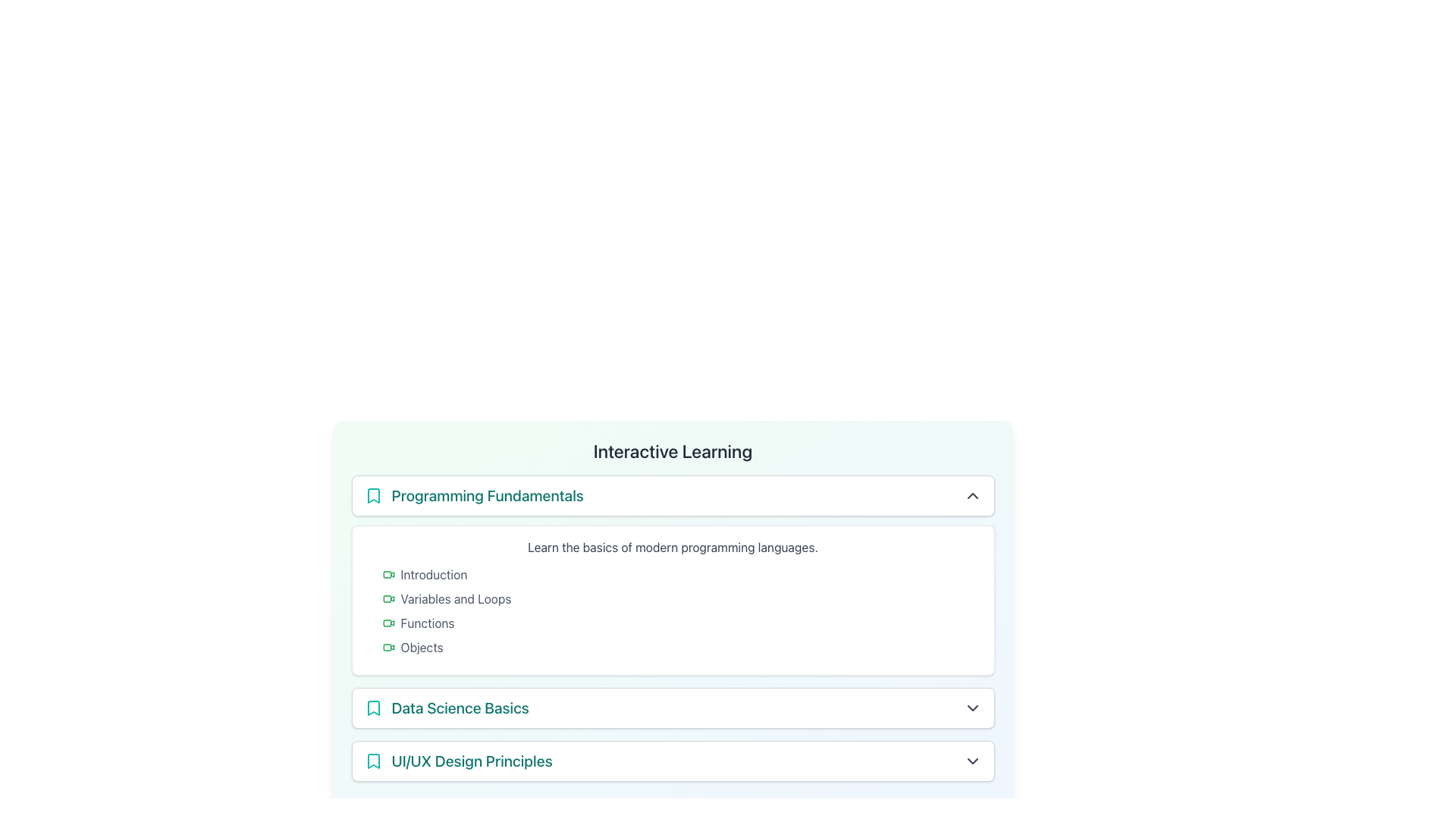 The image size is (1456, 819). What do you see at coordinates (373, 496) in the screenshot?
I see `the teal bookmark icon located immediately to the left of the text 'Programming Fundamentals'` at bounding box center [373, 496].